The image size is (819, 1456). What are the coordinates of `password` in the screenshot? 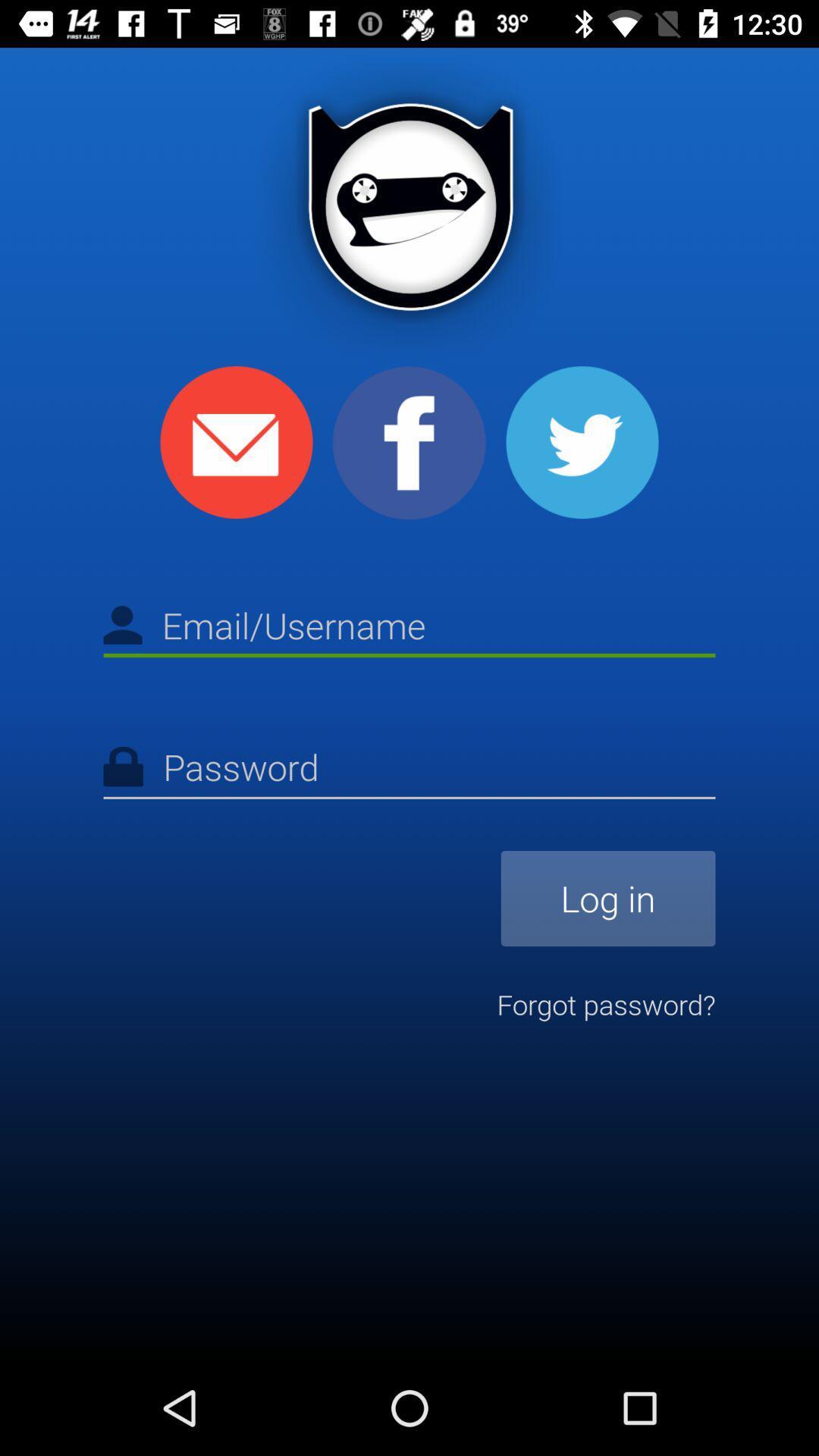 It's located at (409, 770).